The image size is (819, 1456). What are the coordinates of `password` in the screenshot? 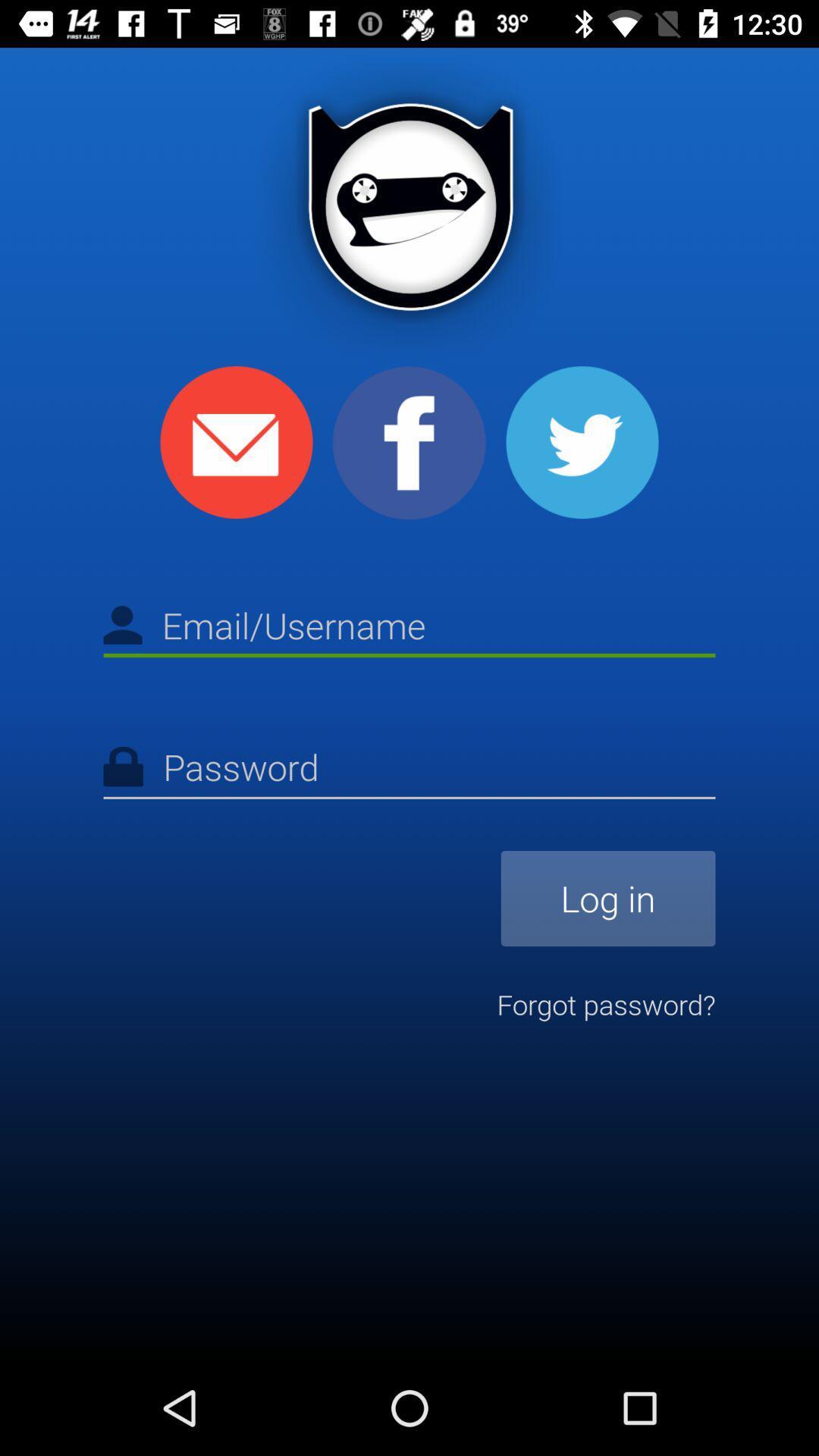 It's located at (409, 770).